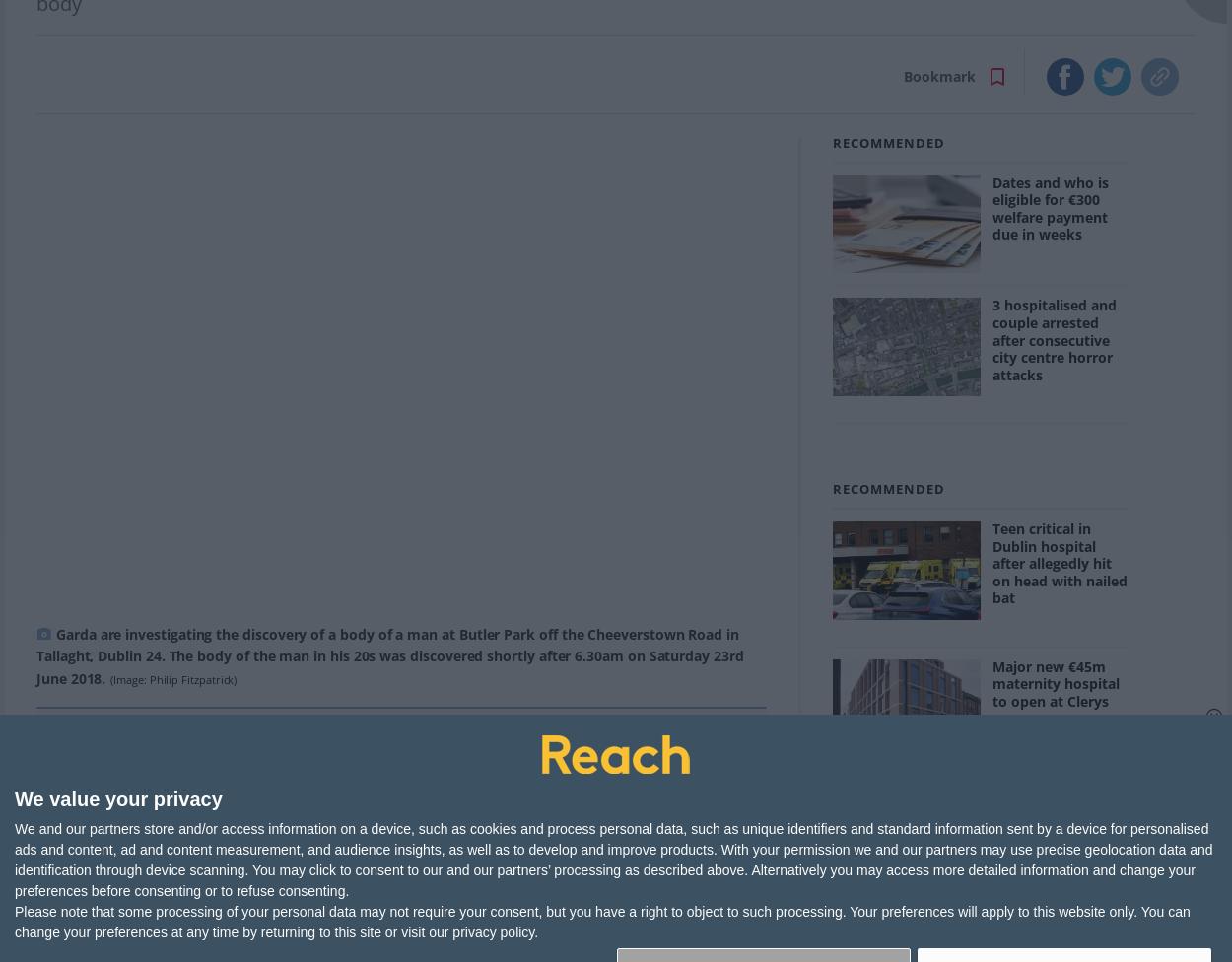 The width and height of the screenshot is (1232, 962). I want to click on 'More Newsletters', so click(662, 730).